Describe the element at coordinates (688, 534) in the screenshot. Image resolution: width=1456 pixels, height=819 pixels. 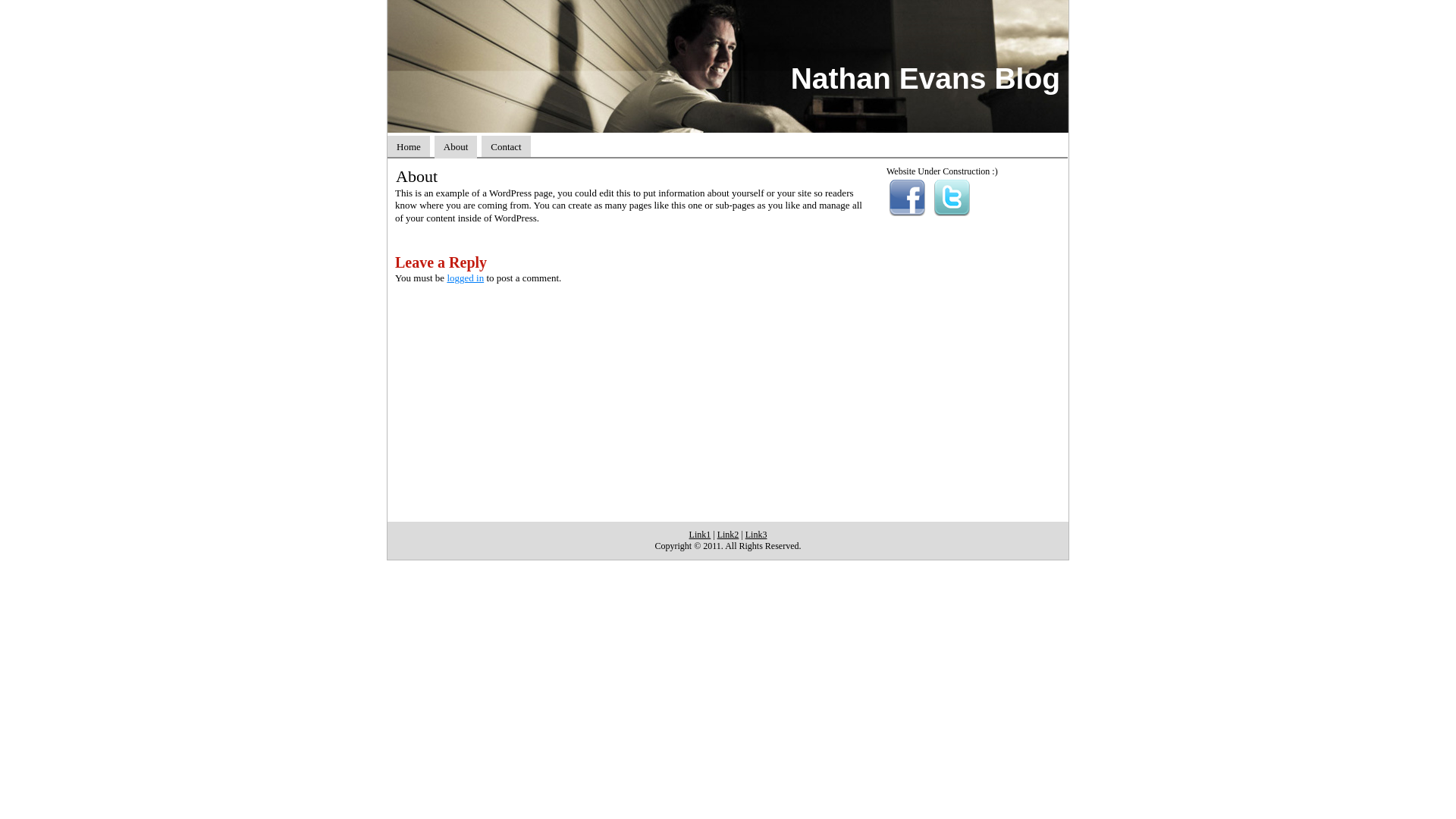
I see `'Link1'` at that location.